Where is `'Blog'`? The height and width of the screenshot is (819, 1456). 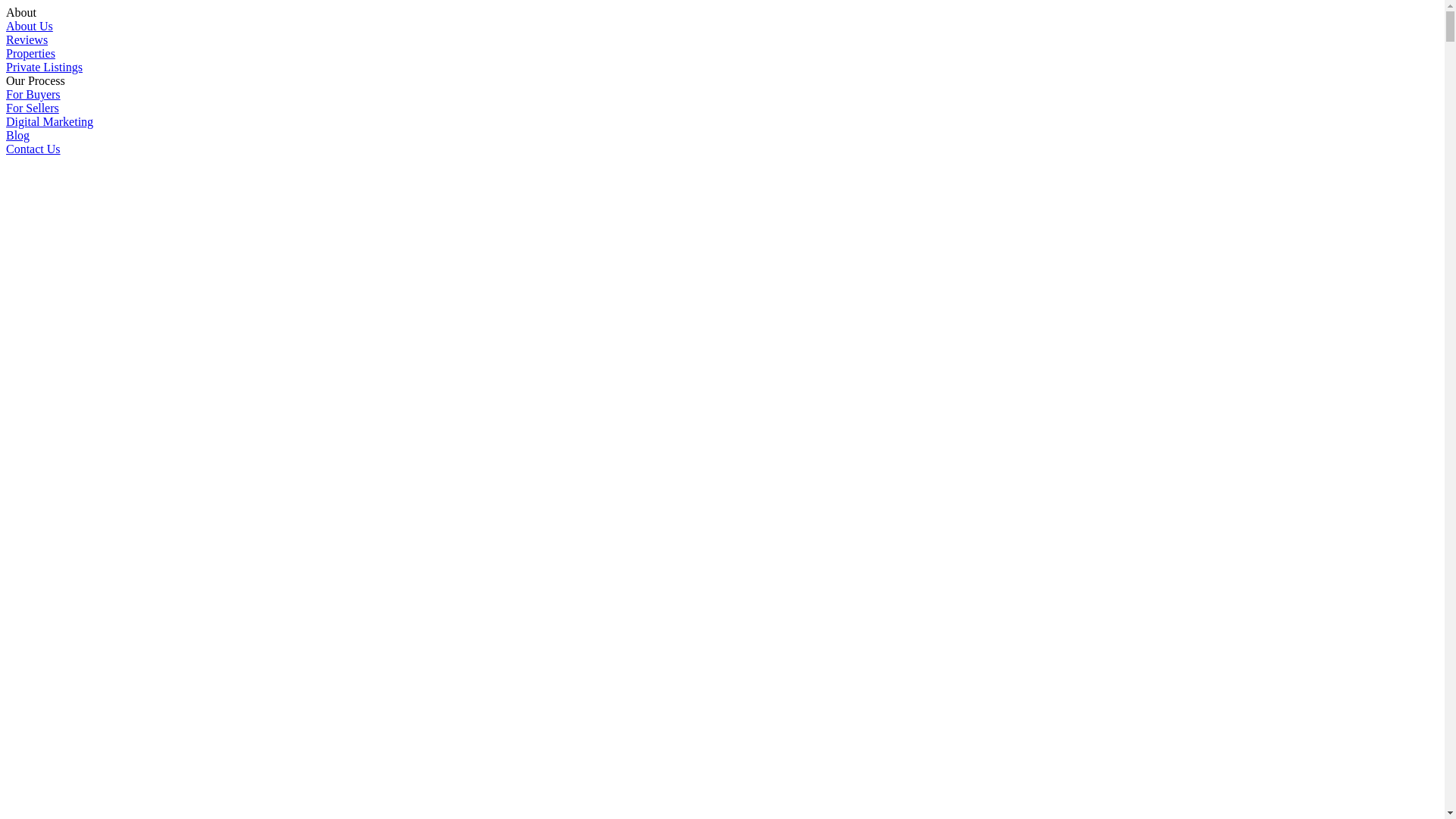
'Blog' is located at coordinates (17, 134).